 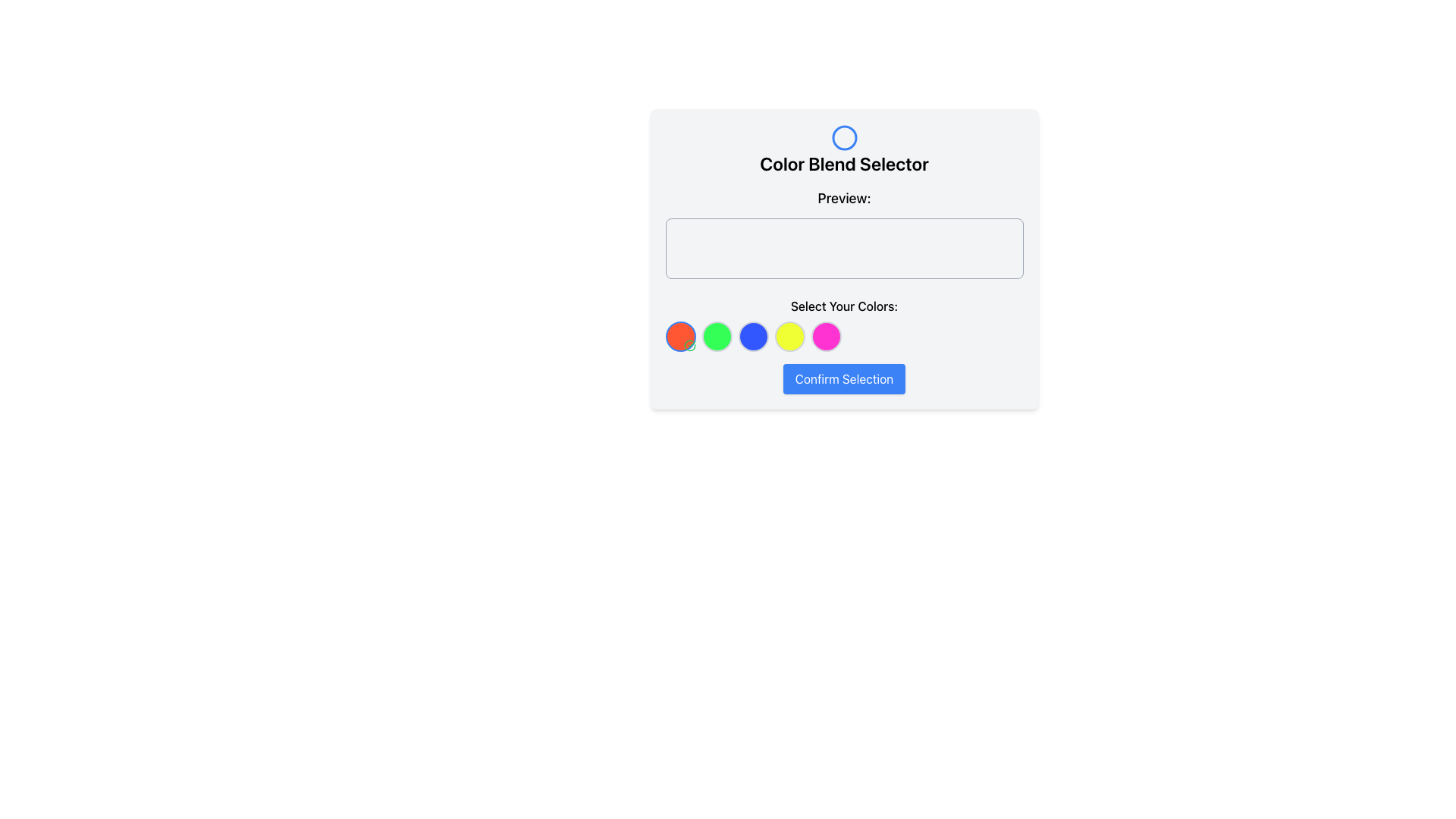 I want to click on the fifth circular button with a yellow background and gray outline in the 'Select Your Colors:' section, so click(x=789, y=335).